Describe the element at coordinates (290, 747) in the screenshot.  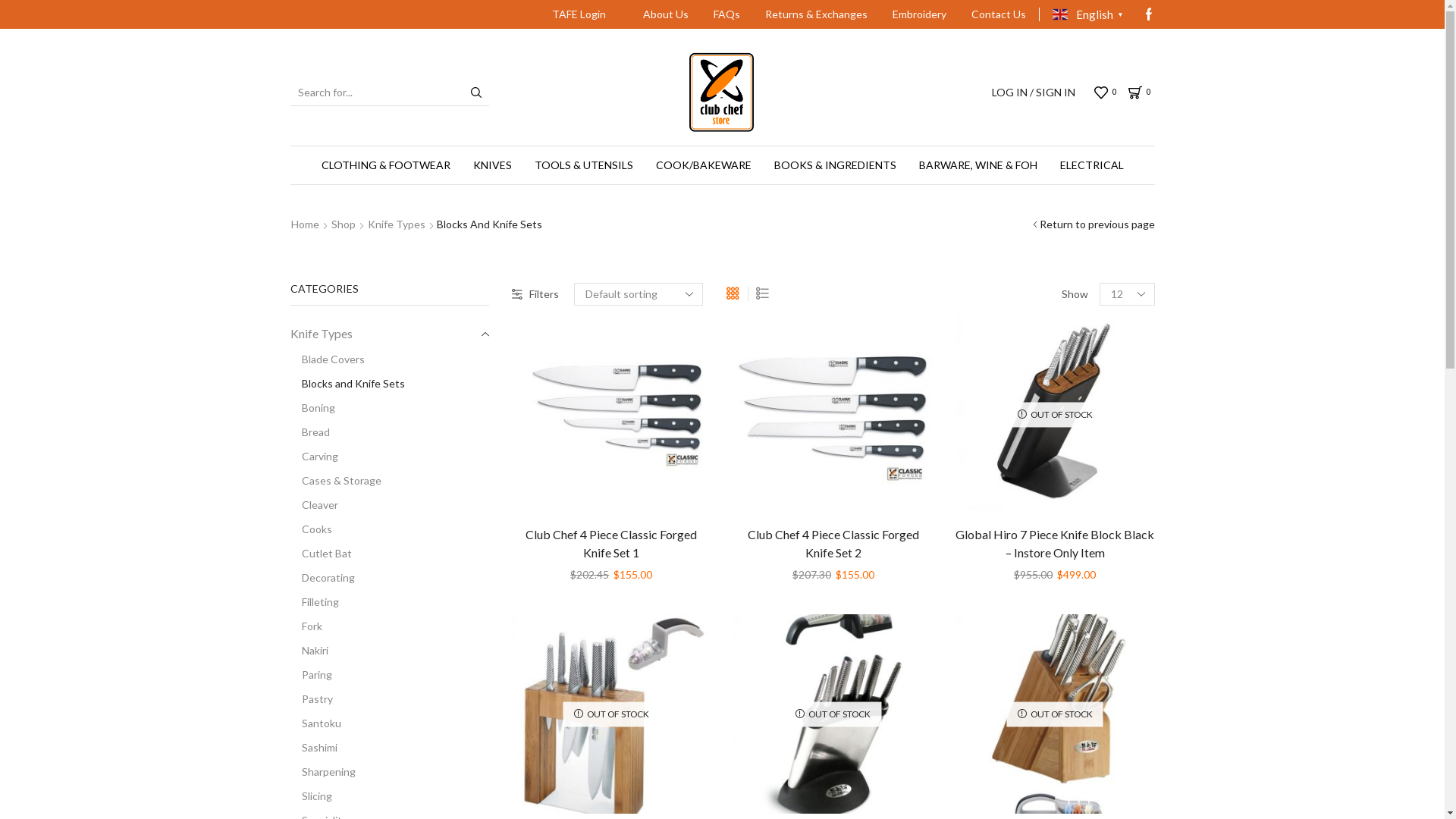
I see `'Sashimi'` at that location.